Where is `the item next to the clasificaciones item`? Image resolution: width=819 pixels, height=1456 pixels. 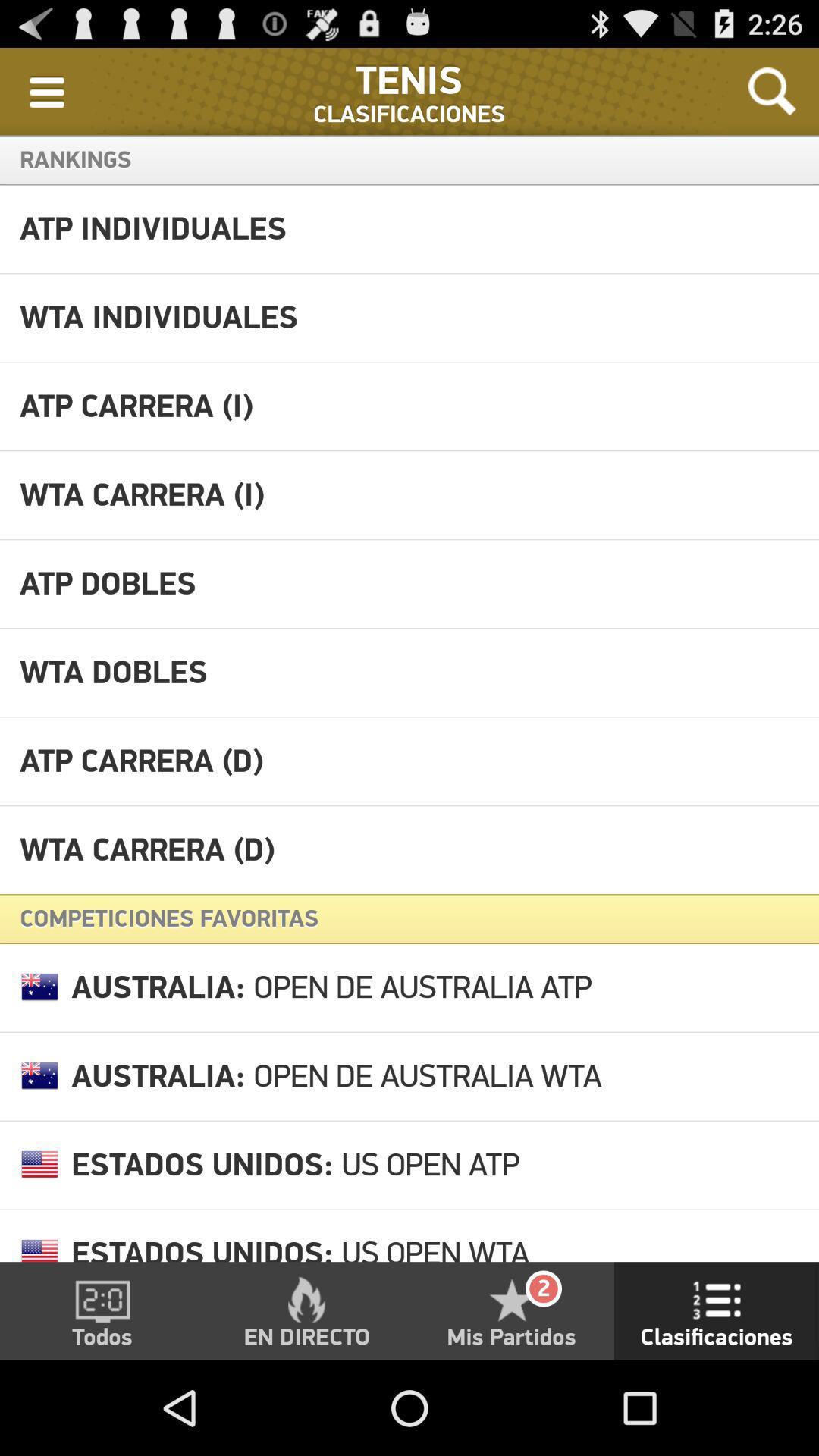
the item next to the clasificaciones item is located at coordinates (45, 90).